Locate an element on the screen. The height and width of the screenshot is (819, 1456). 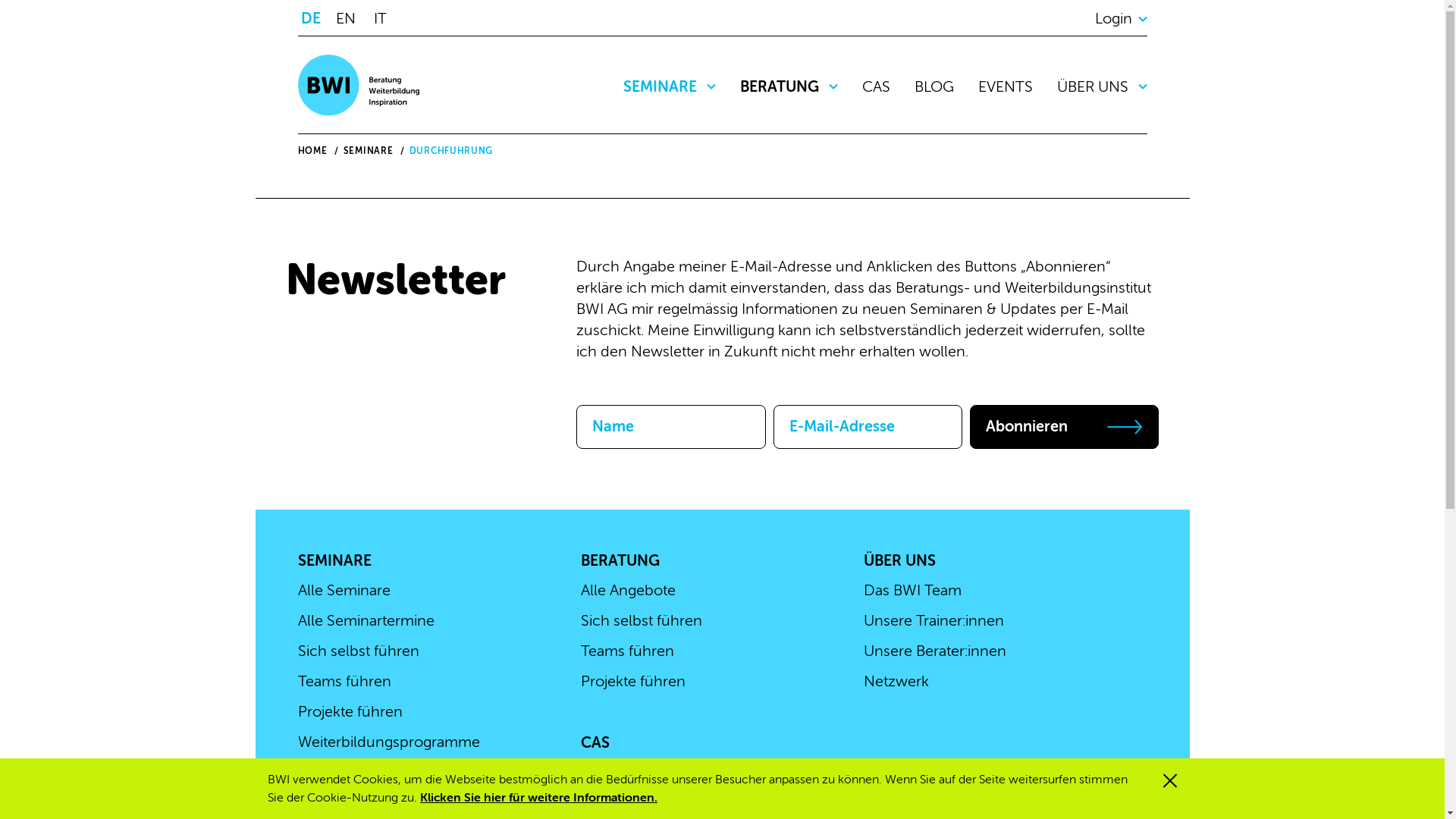
'Login' is located at coordinates (1121, 17).